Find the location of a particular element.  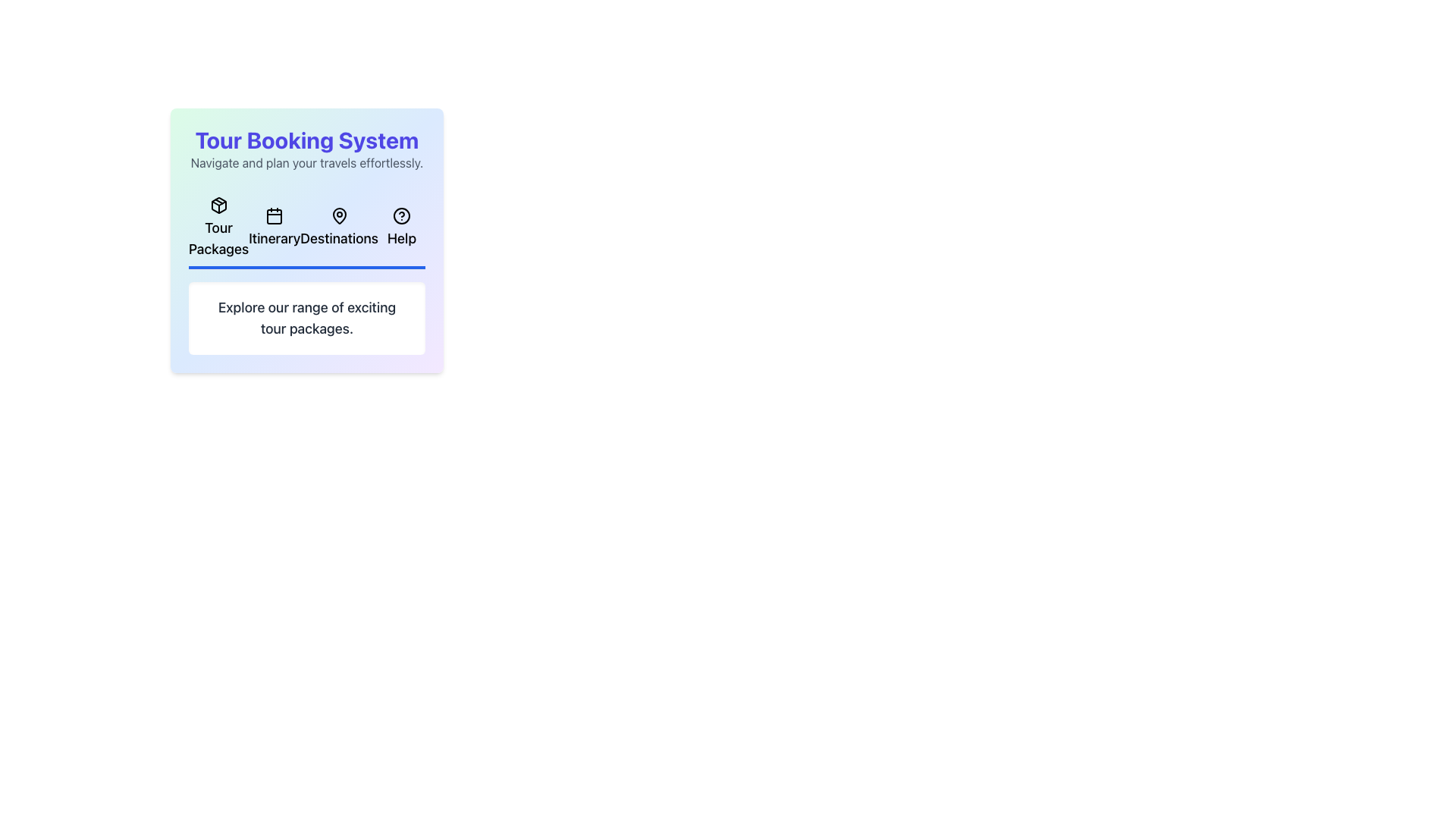

the 'Itinerary' button, which is the second item in the navigation bar is located at coordinates (274, 230).